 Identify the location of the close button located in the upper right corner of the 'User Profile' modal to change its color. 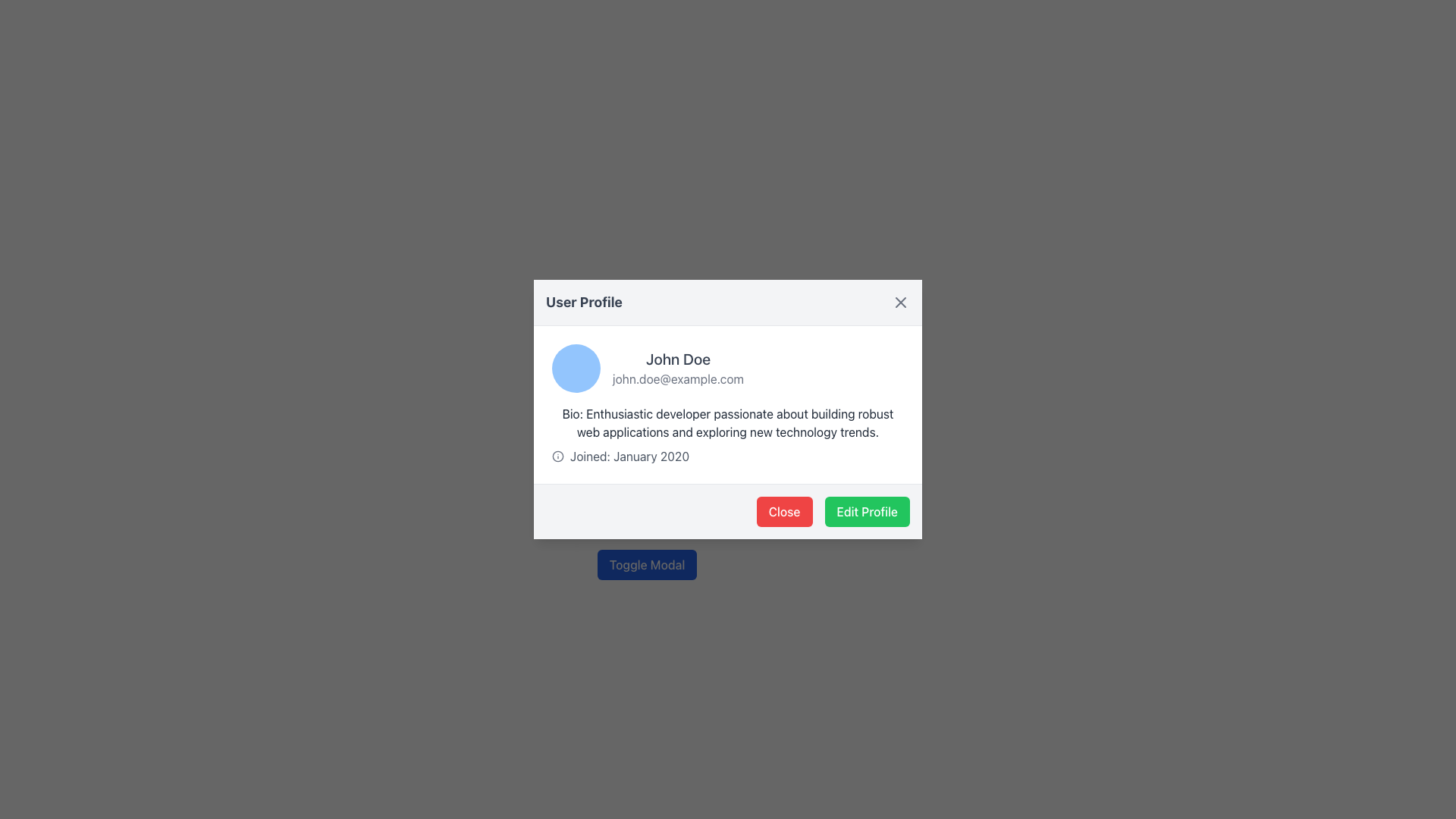
(901, 302).